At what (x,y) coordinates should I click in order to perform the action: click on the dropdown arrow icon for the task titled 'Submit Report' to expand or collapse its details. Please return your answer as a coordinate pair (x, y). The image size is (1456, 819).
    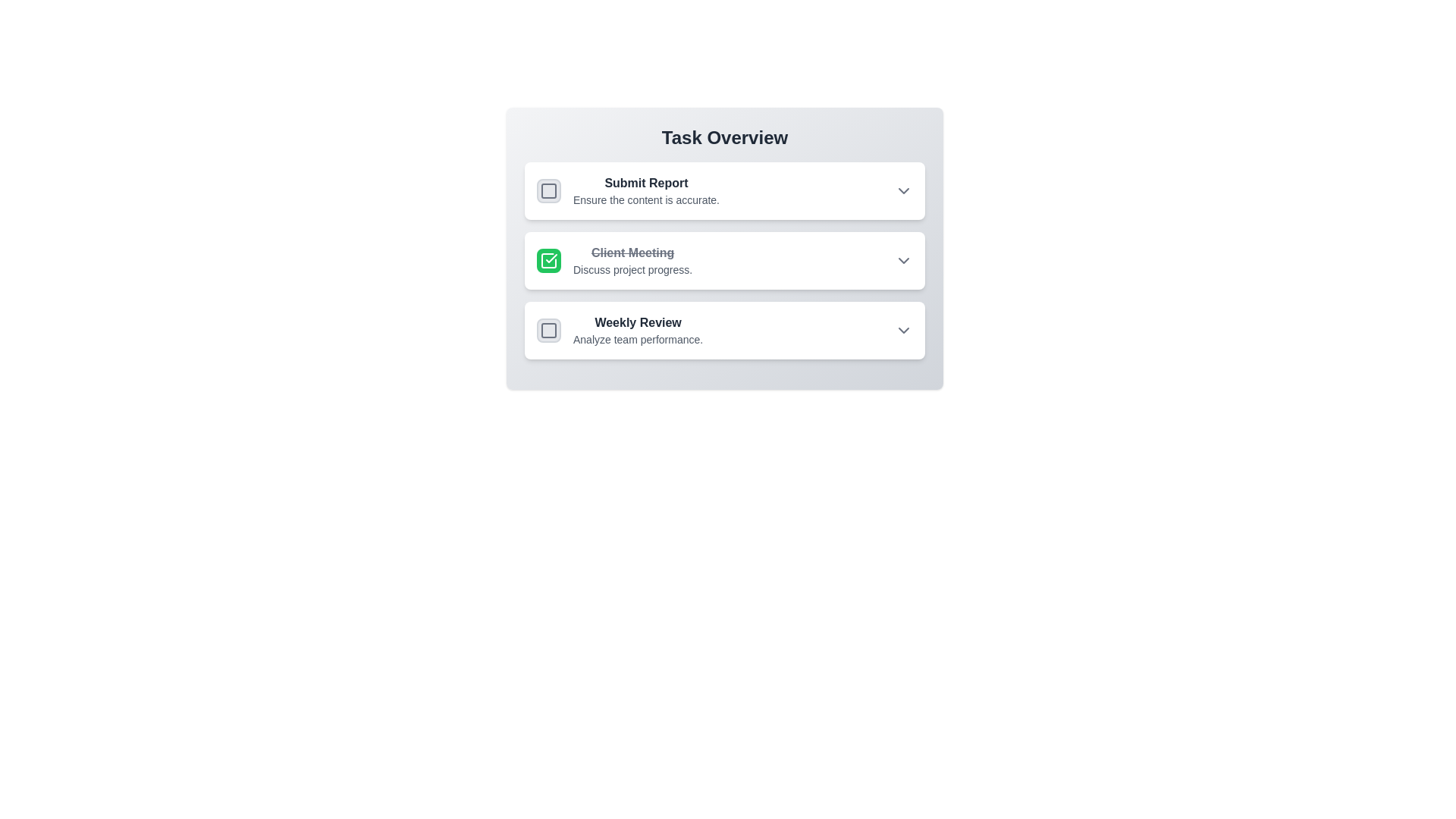
    Looking at the image, I should click on (903, 190).